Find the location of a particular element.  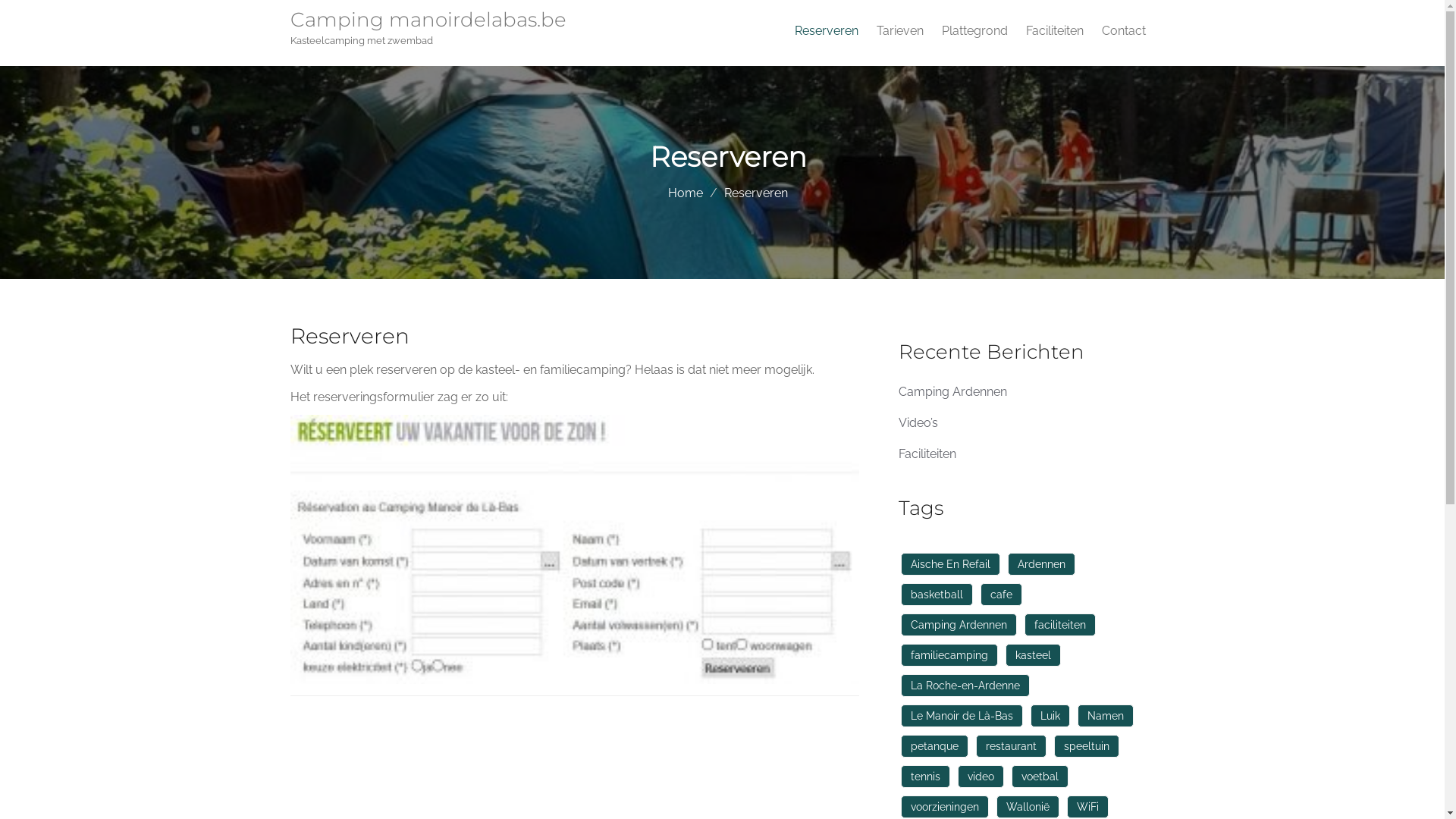

'Tarieven' is located at coordinates (867, 31).